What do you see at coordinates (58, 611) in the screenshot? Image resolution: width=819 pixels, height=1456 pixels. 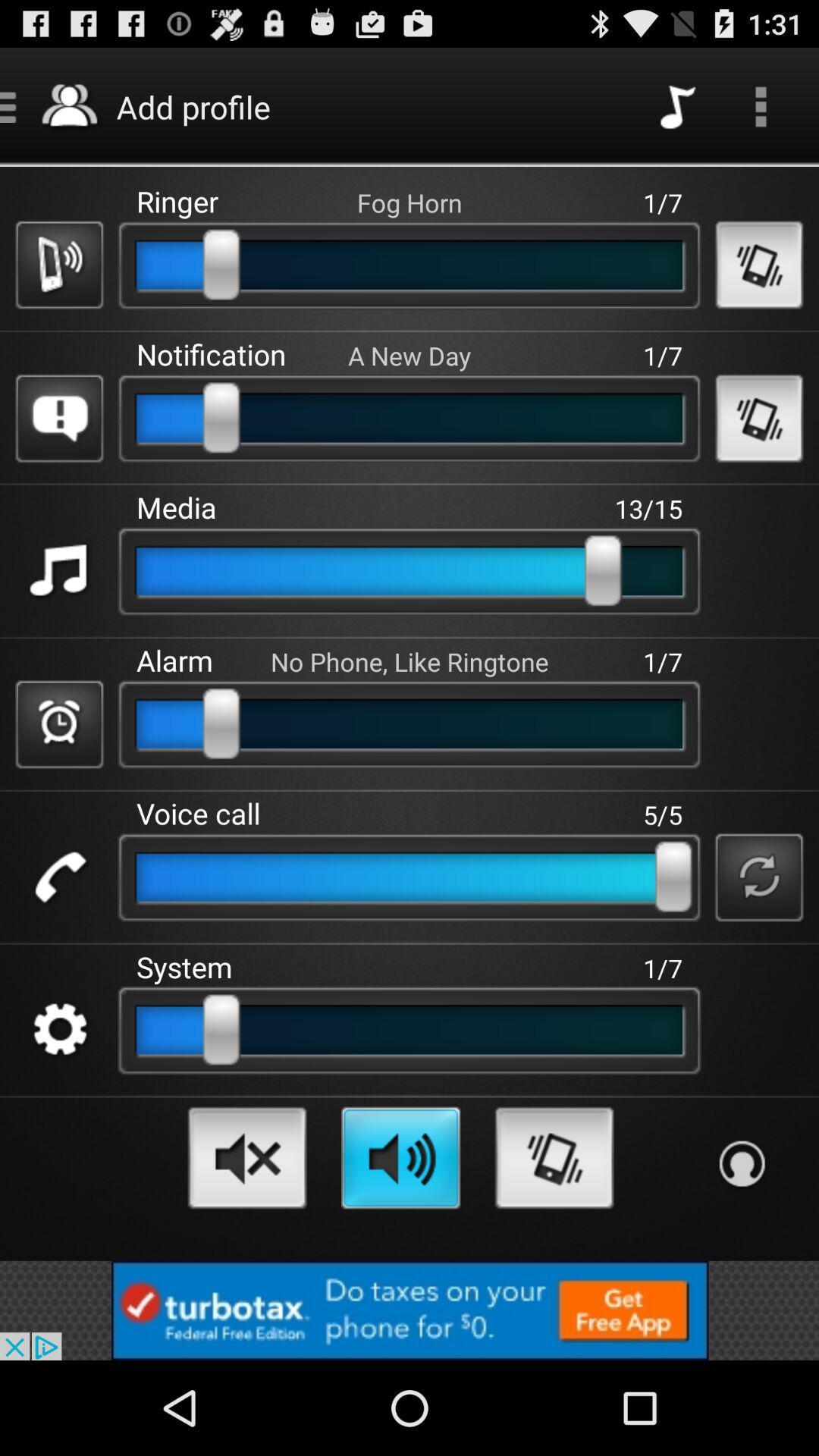 I see `the music icon` at bounding box center [58, 611].